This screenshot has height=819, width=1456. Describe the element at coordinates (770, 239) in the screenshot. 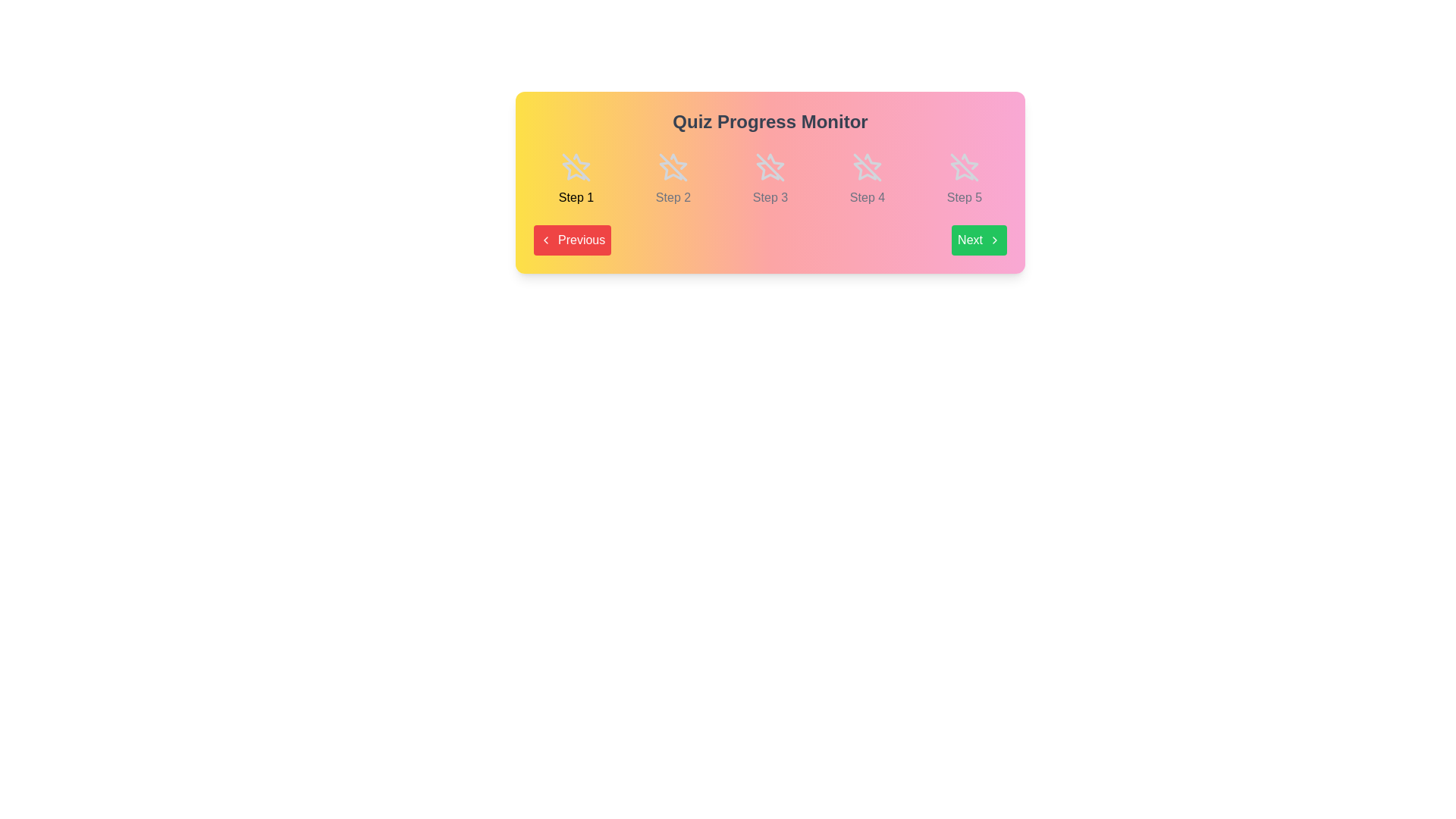

I see `the Navigation control bar with buttons that allows users to navigate through the quiz steps` at that location.